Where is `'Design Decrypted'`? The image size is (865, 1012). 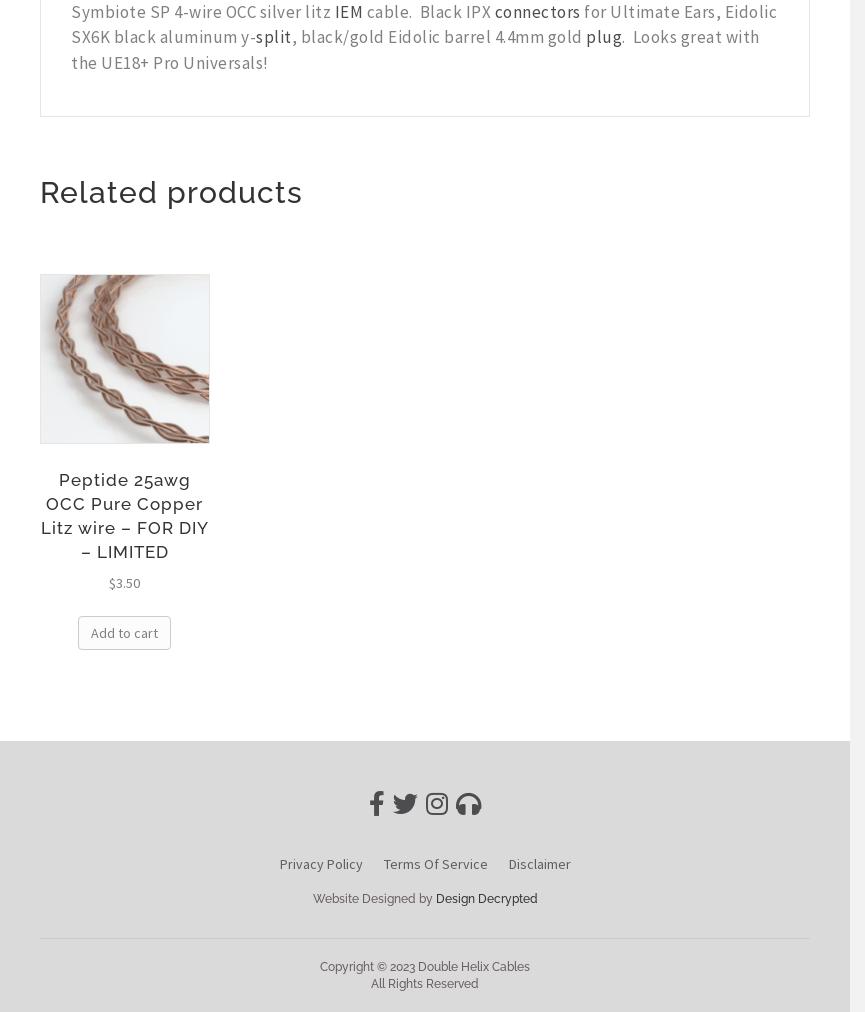 'Design Decrypted' is located at coordinates (484, 898).